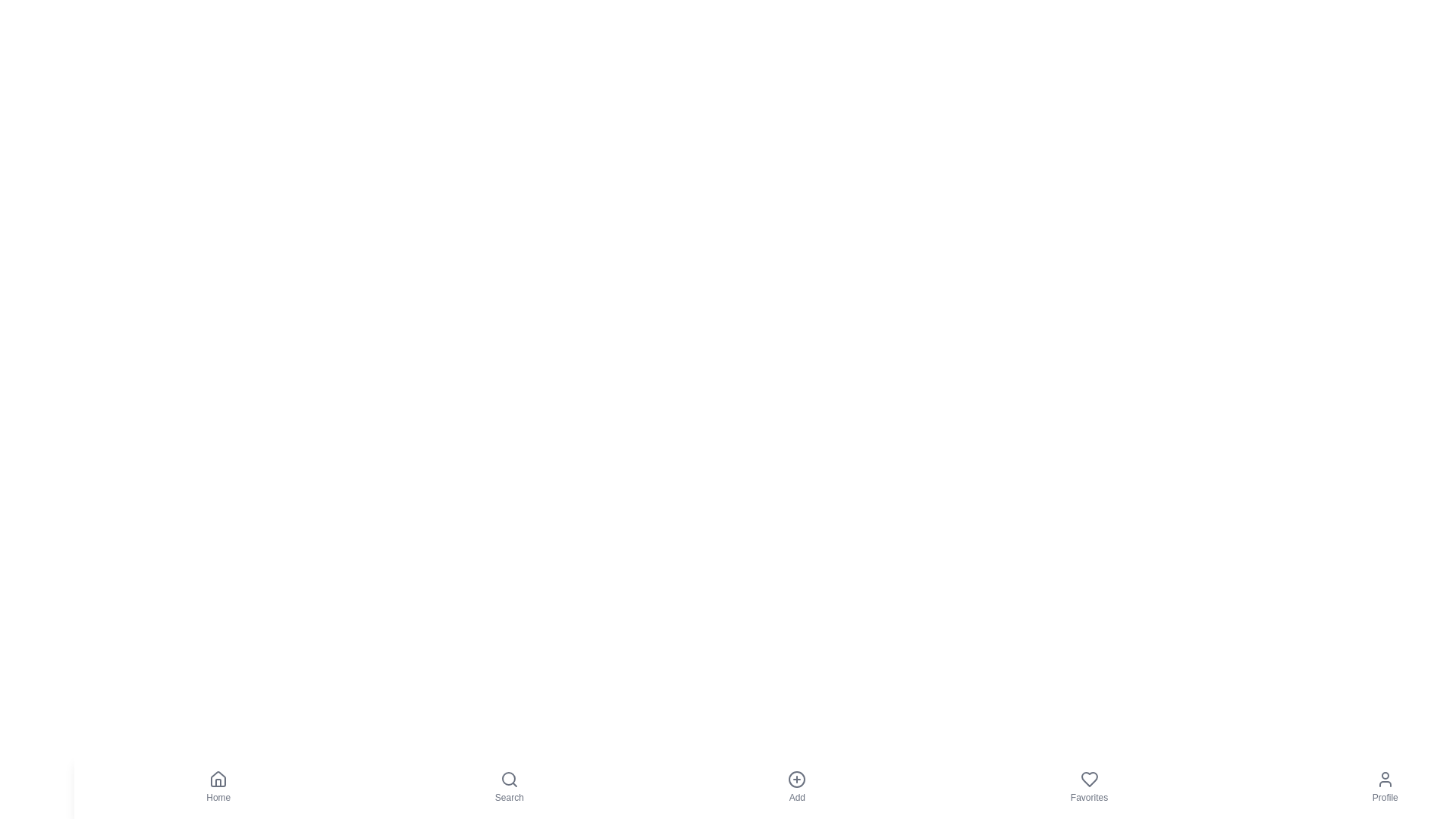 Image resolution: width=1456 pixels, height=819 pixels. I want to click on the 'Add' button located in the bottom center of the navigation bar, which features a rounded icon with a plus symbol and the label 'Add' beneath it, so click(796, 786).